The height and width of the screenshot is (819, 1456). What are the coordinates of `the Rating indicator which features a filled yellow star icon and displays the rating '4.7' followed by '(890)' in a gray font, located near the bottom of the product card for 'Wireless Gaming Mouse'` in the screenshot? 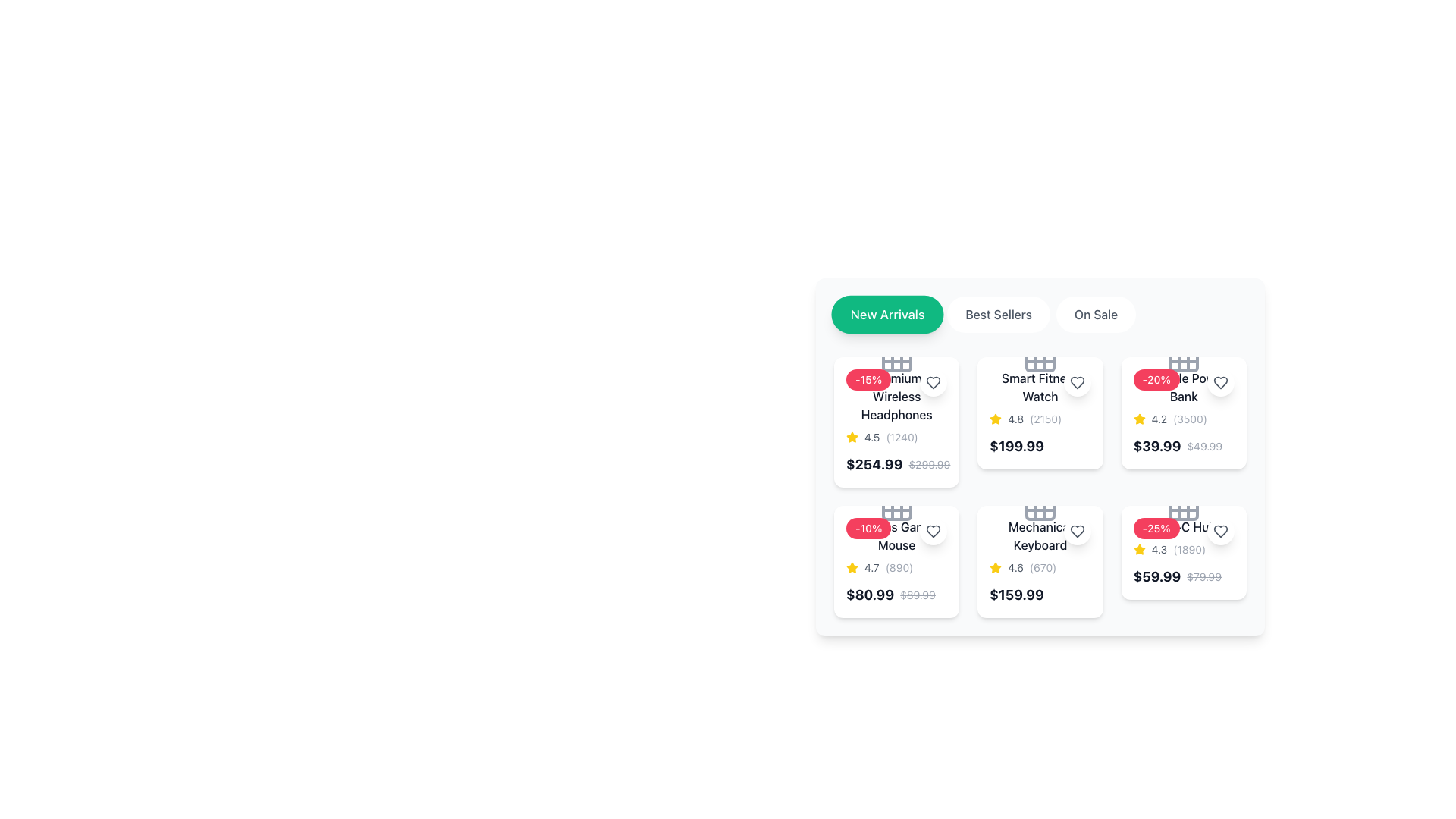 It's located at (896, 567).